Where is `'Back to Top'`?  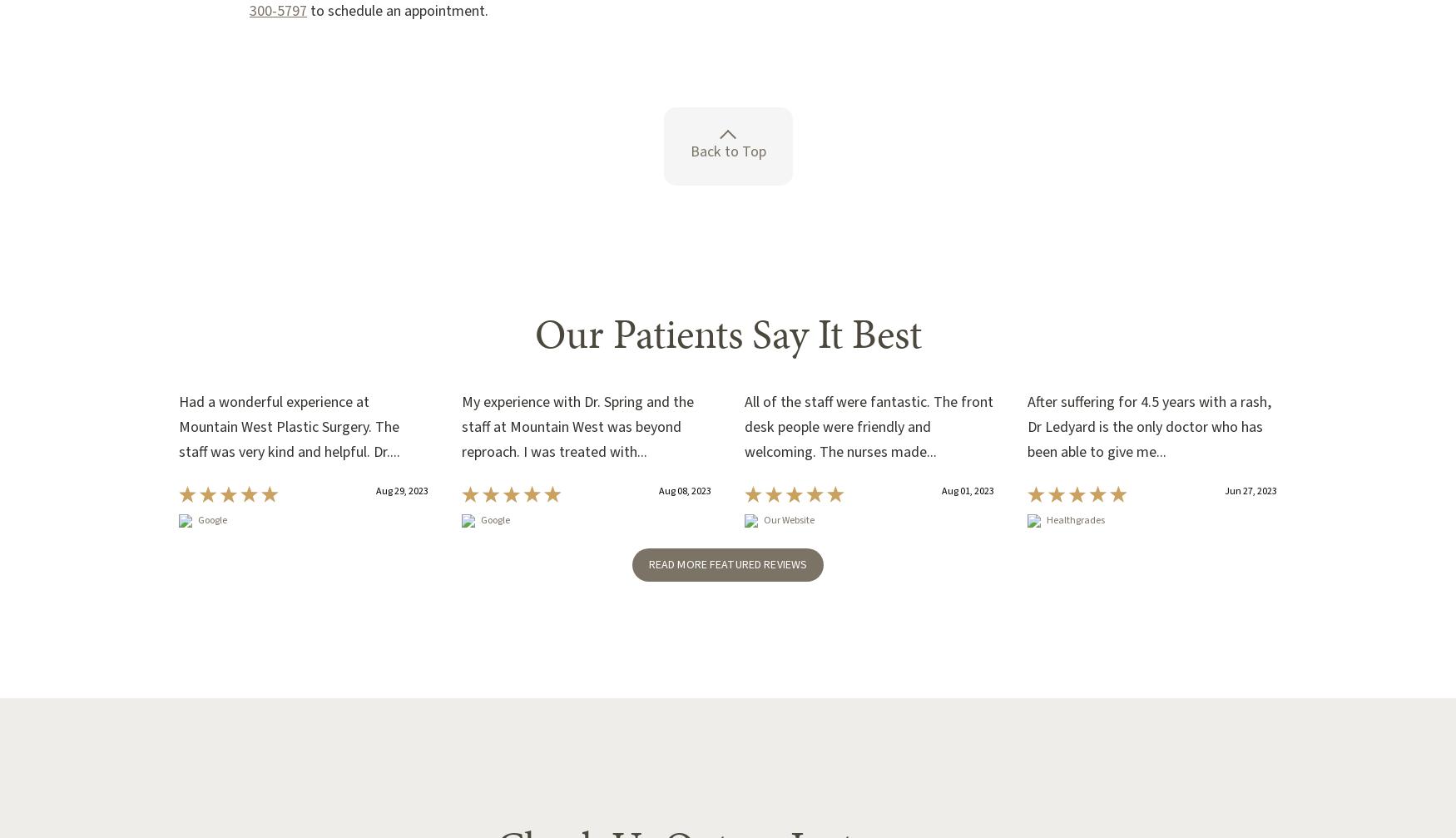
'Back to Top' is located at coordinates (689, 151).